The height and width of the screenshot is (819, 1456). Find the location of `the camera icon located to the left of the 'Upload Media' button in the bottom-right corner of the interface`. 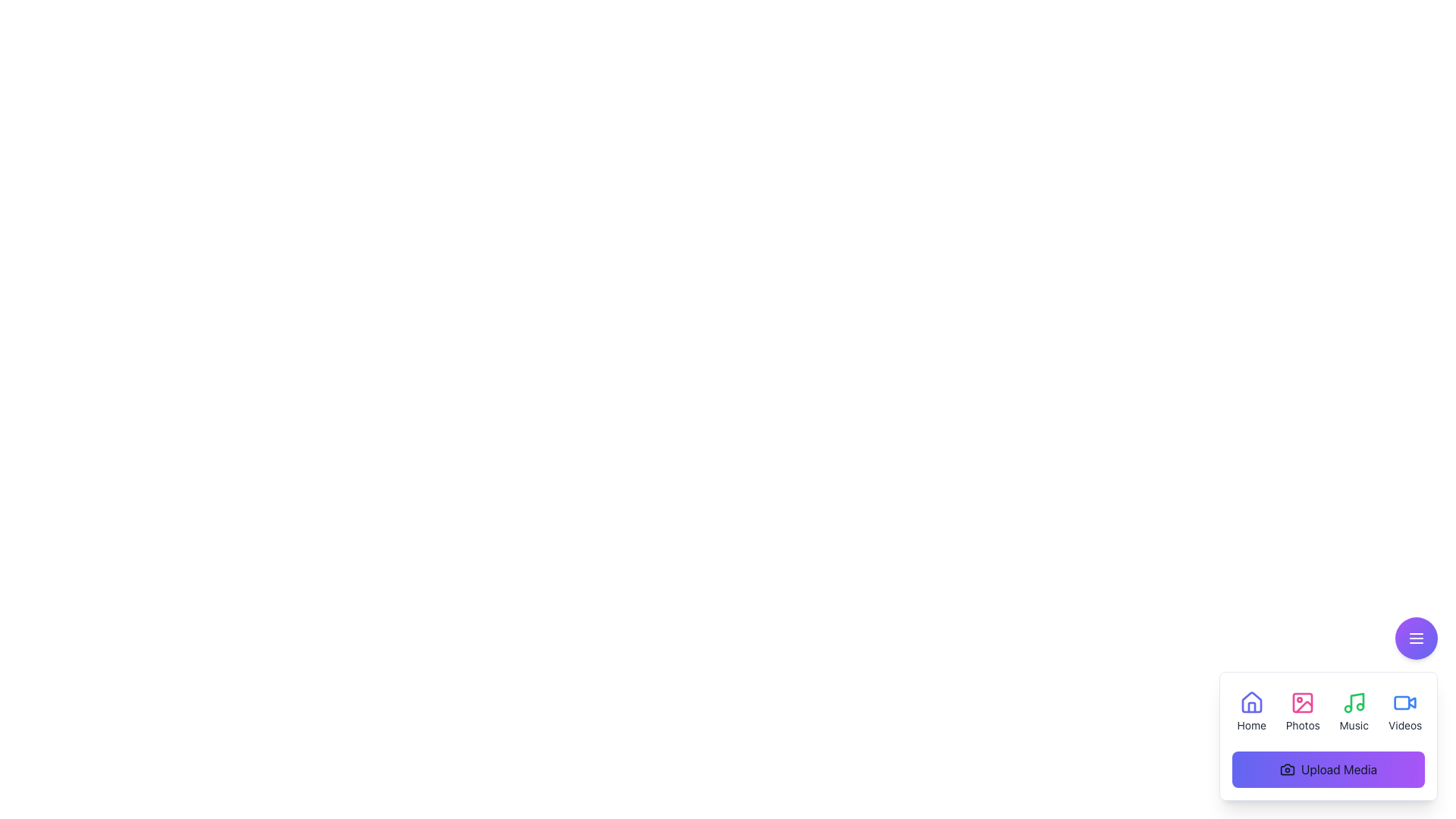

the camera icon located to the left of the 'Upload Media' button in the bottom-right corner of the interface is located at coordinates (1286, 769).